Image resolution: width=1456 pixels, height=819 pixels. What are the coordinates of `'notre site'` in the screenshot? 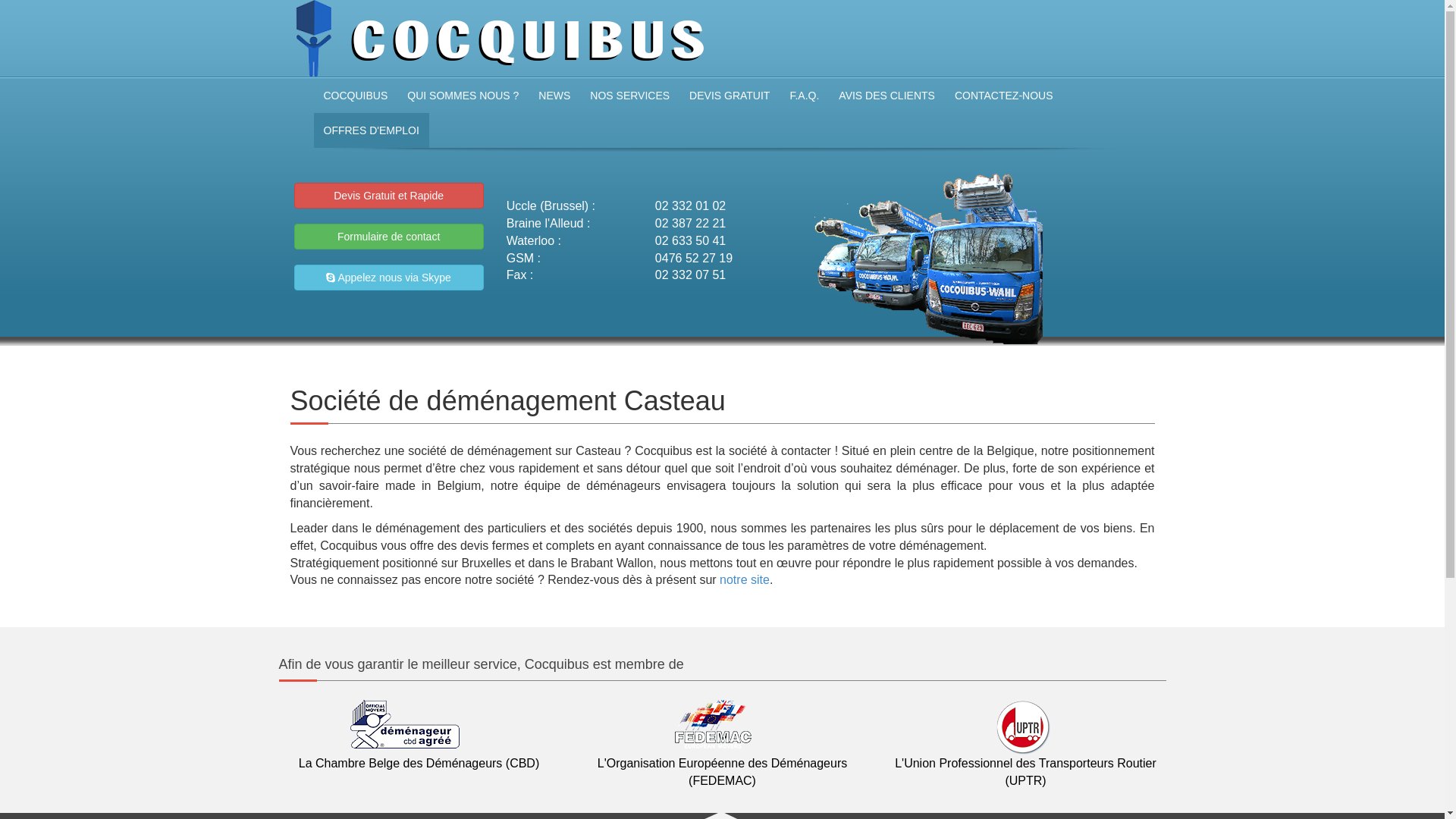 It's located at (745, 579).